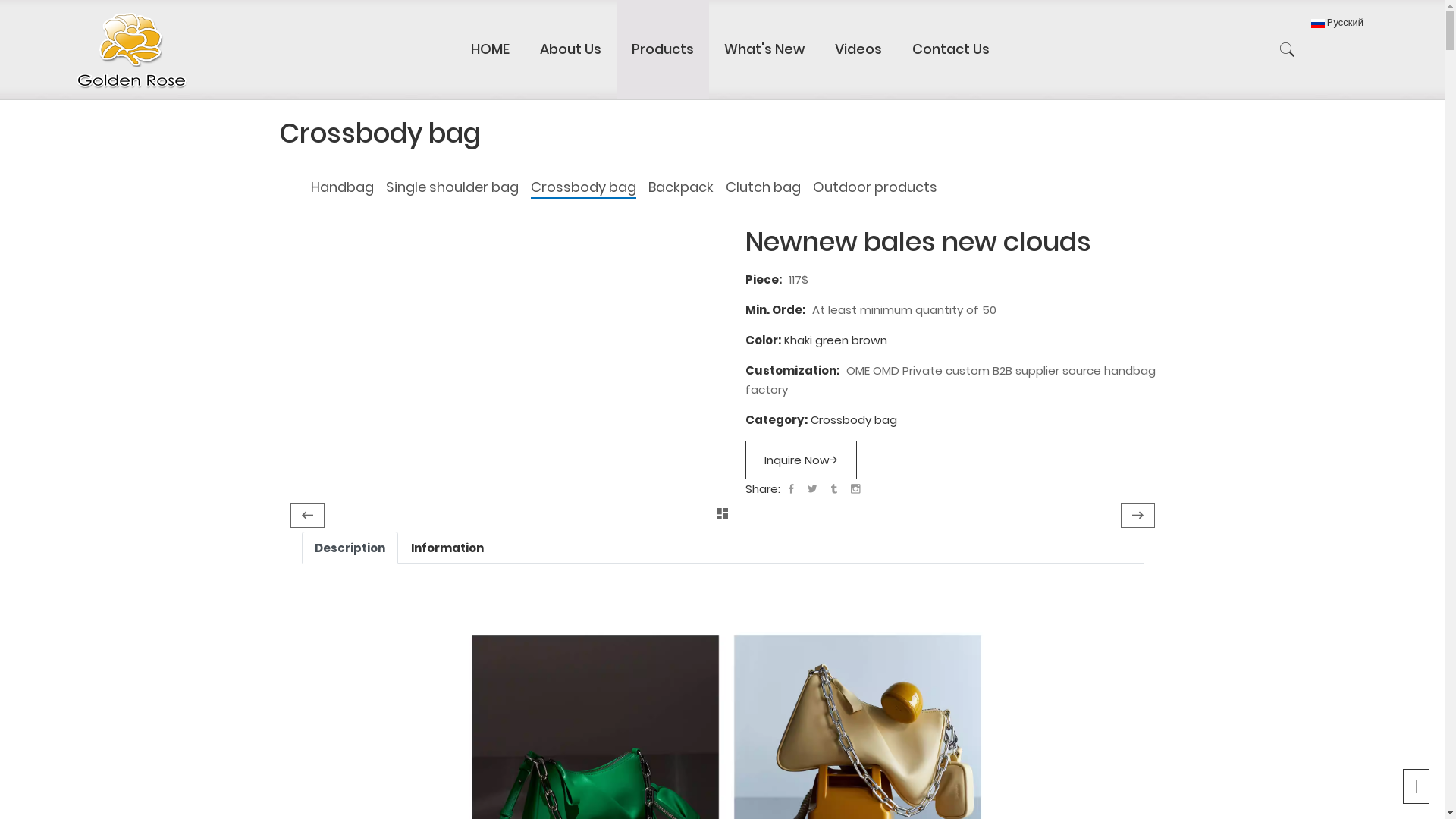  What do you see at coordinates (818, 49) in the screenshot?
I see `'Videos'` at bounding box center [818, 49].